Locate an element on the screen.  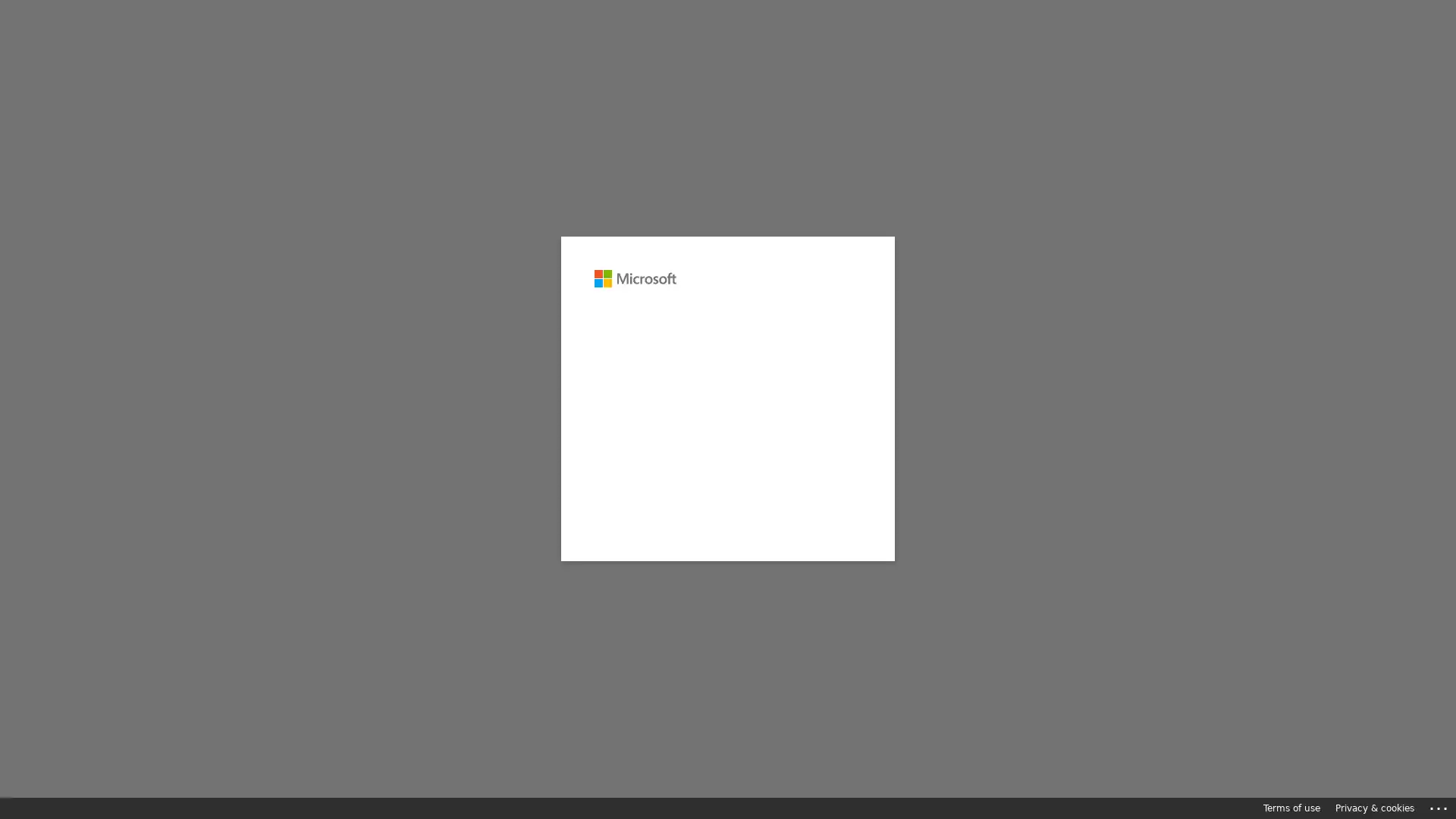
Sign-in options is located at coordinates (728, 568).